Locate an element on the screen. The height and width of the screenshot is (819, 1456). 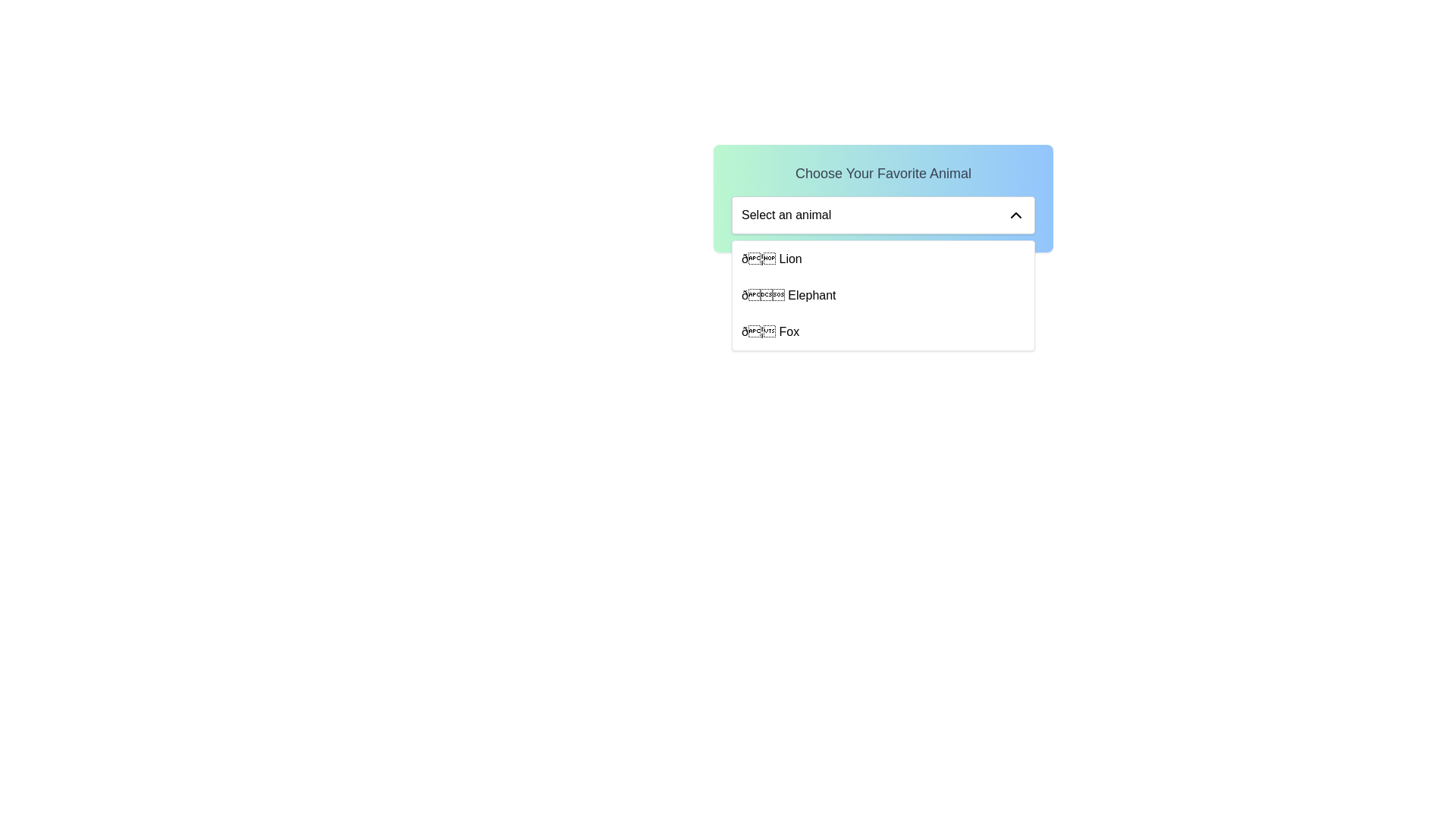
the static text element displaying 'Choose Your Favorite Animal,' which is centered in a medium-sized, gray, bold font above a dropdown menu is located at coordinates (883, 172).